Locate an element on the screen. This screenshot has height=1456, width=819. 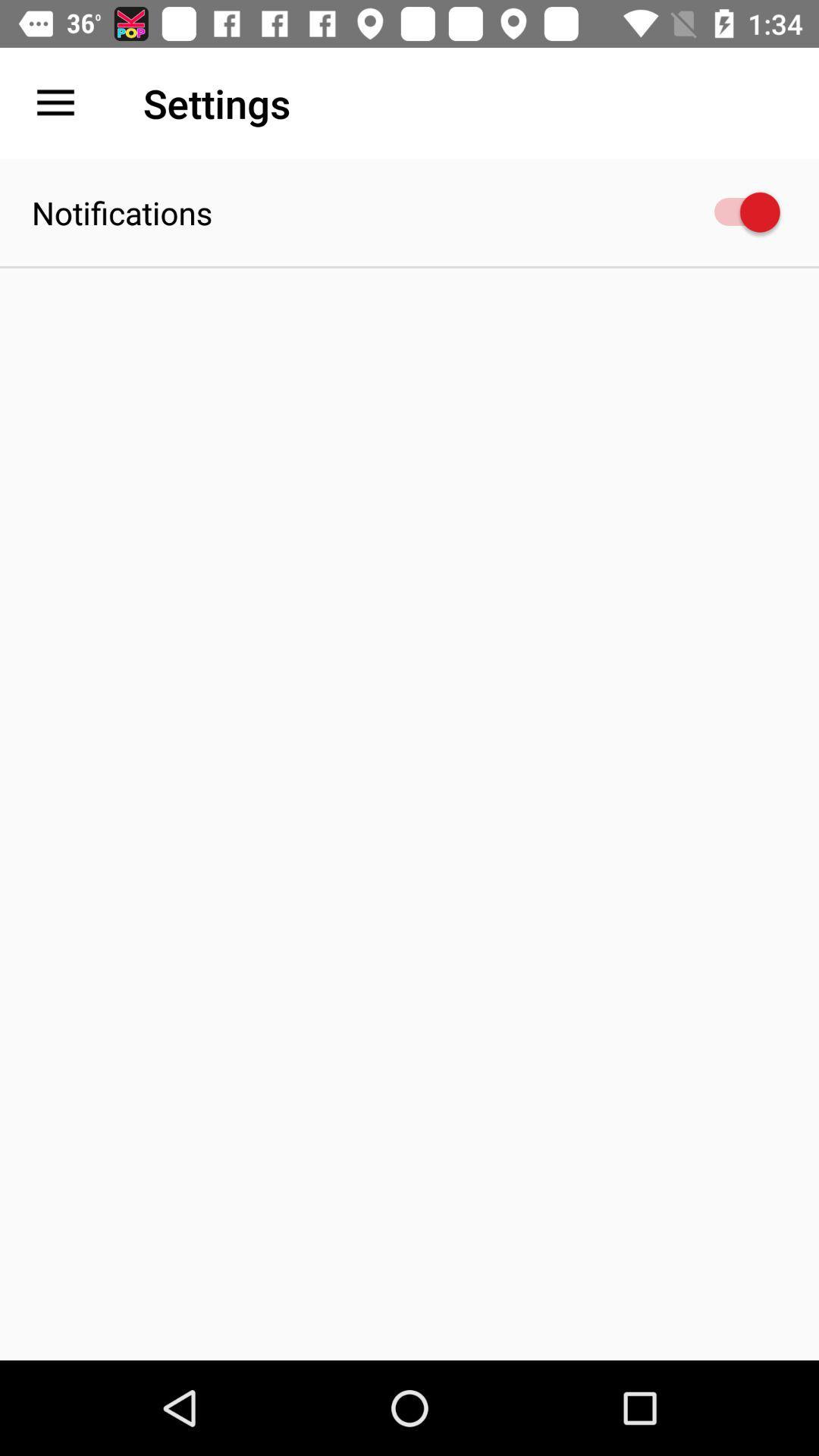
icon at the top right corner is located at coordinates (739, 212).